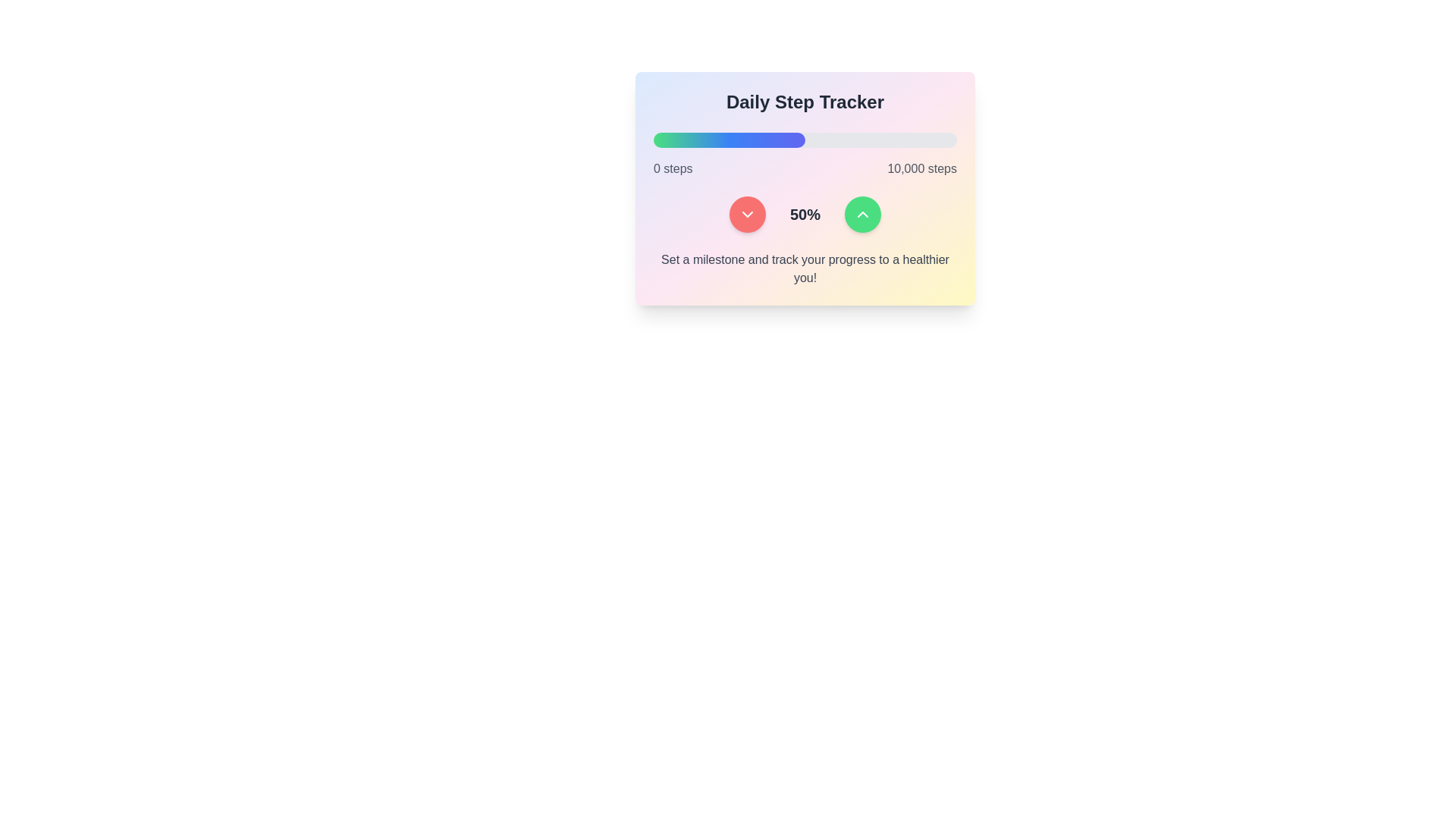 The height and width of the screenshot is (819, 1456). I want to click on the horizontal progress bar segment that is gradient colored and indicates 50% progress within the 'Daily Step Tracker' interface, so click(729, 140).